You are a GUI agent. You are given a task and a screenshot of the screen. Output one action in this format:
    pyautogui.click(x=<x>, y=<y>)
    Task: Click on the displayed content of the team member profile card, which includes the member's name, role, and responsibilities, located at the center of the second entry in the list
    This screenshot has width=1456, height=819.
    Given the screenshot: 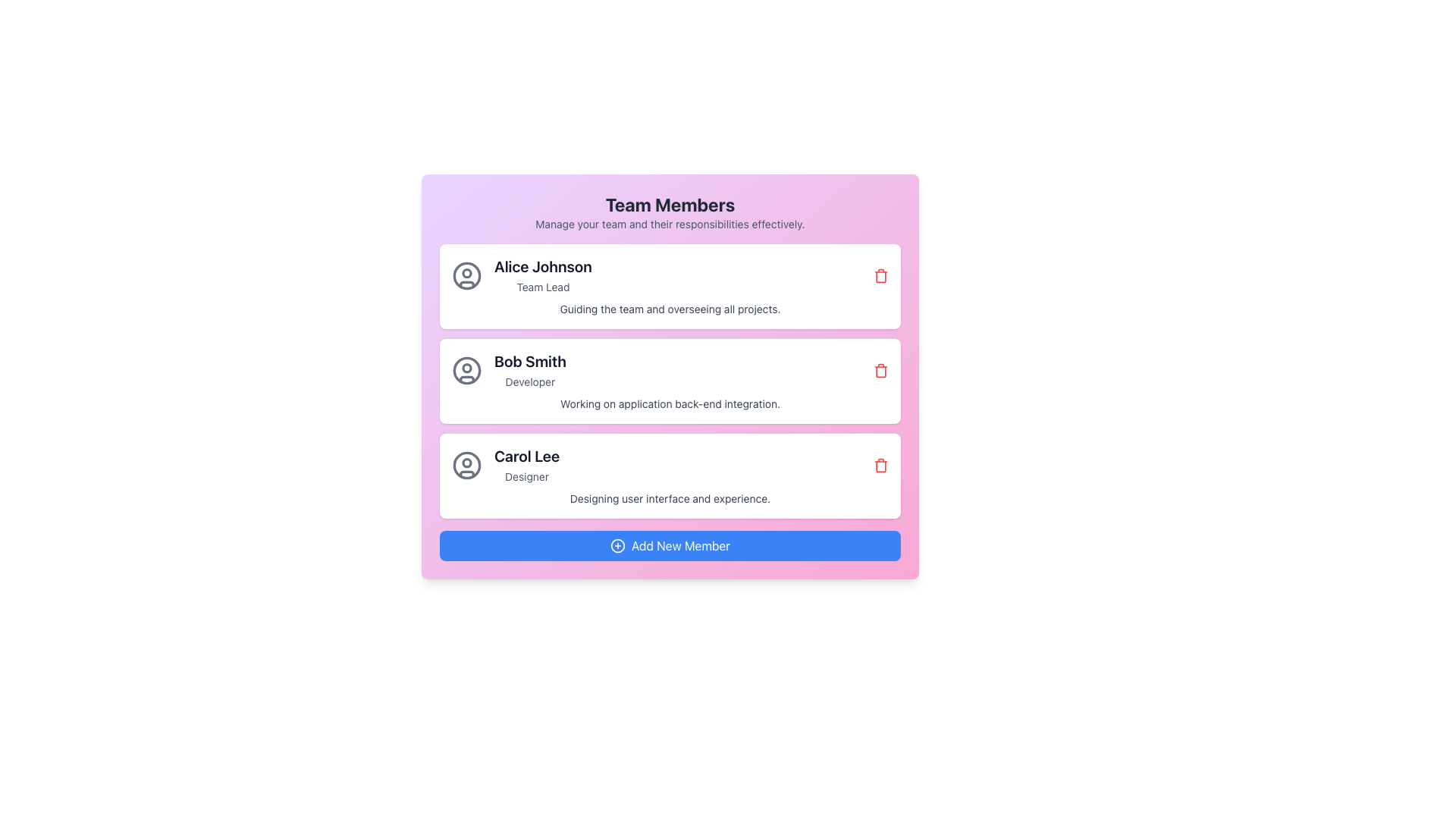 What is the action you would take?
    pyautogui.click(x=669, y=376)
    